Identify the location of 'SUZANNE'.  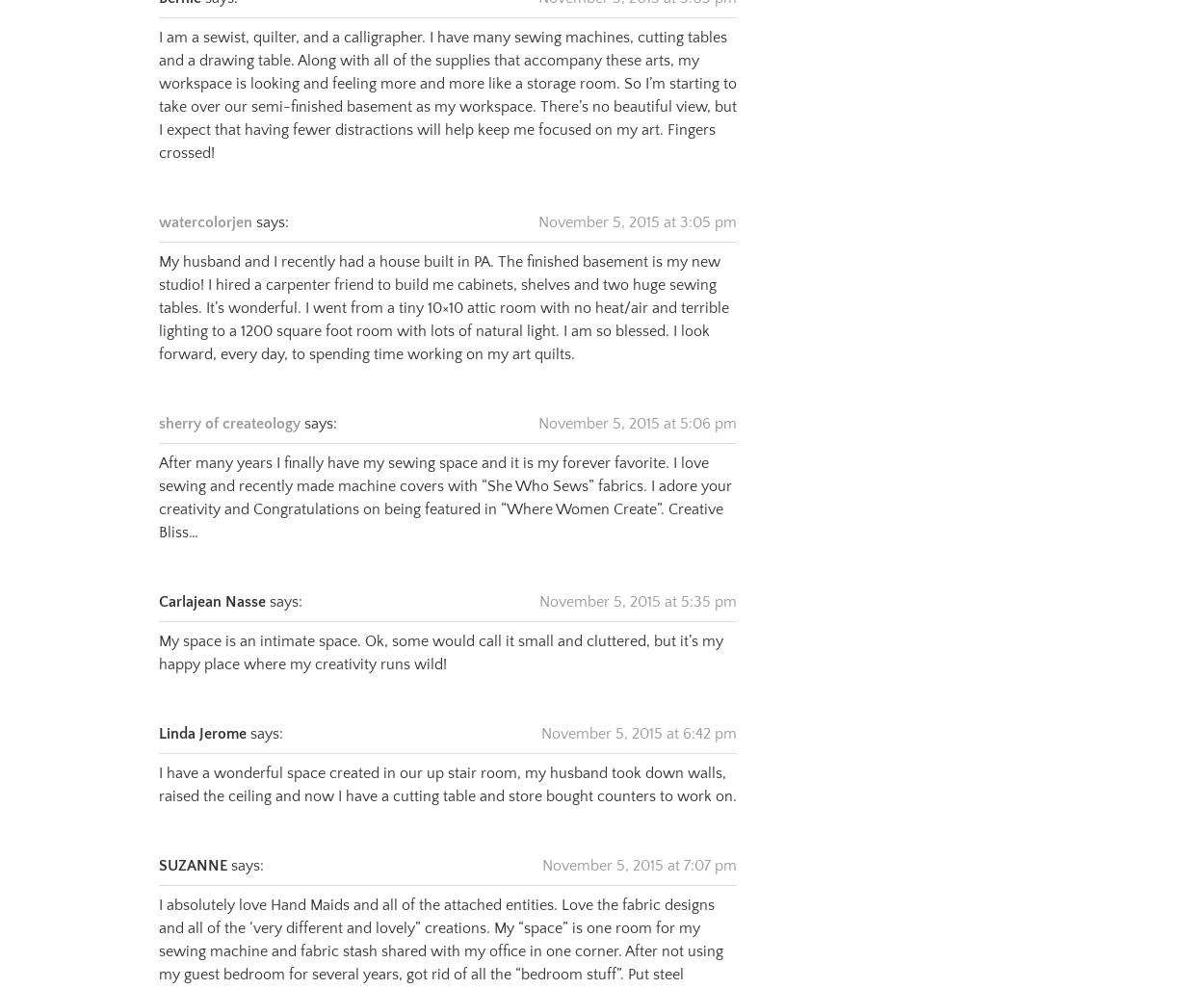
(192, 840).